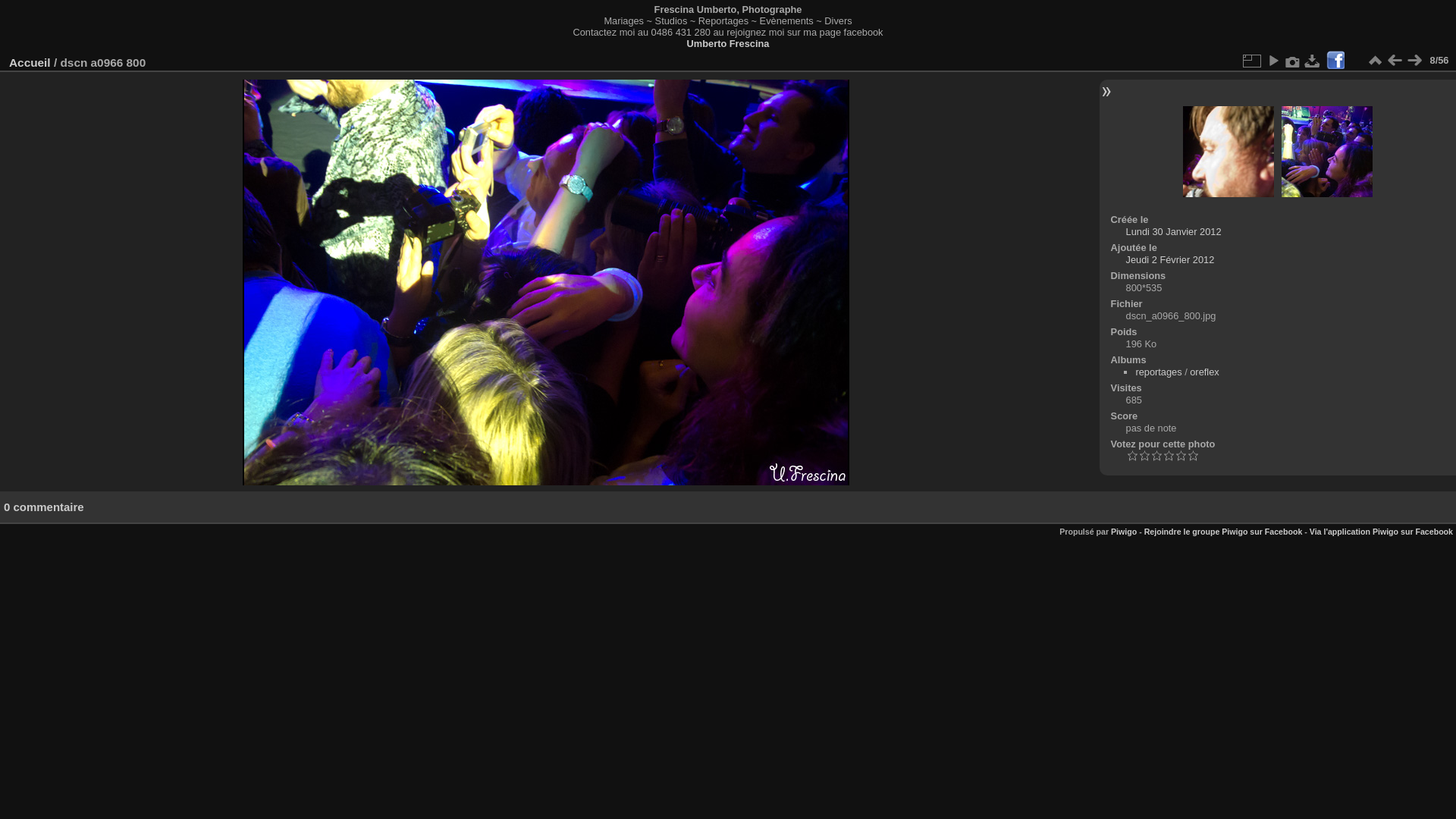 The image size is (1456, 819). What do you see at coordinates (1124, 531) in the screenshot?
I see `'Piwigo'` at bounding box center [1124, 531].